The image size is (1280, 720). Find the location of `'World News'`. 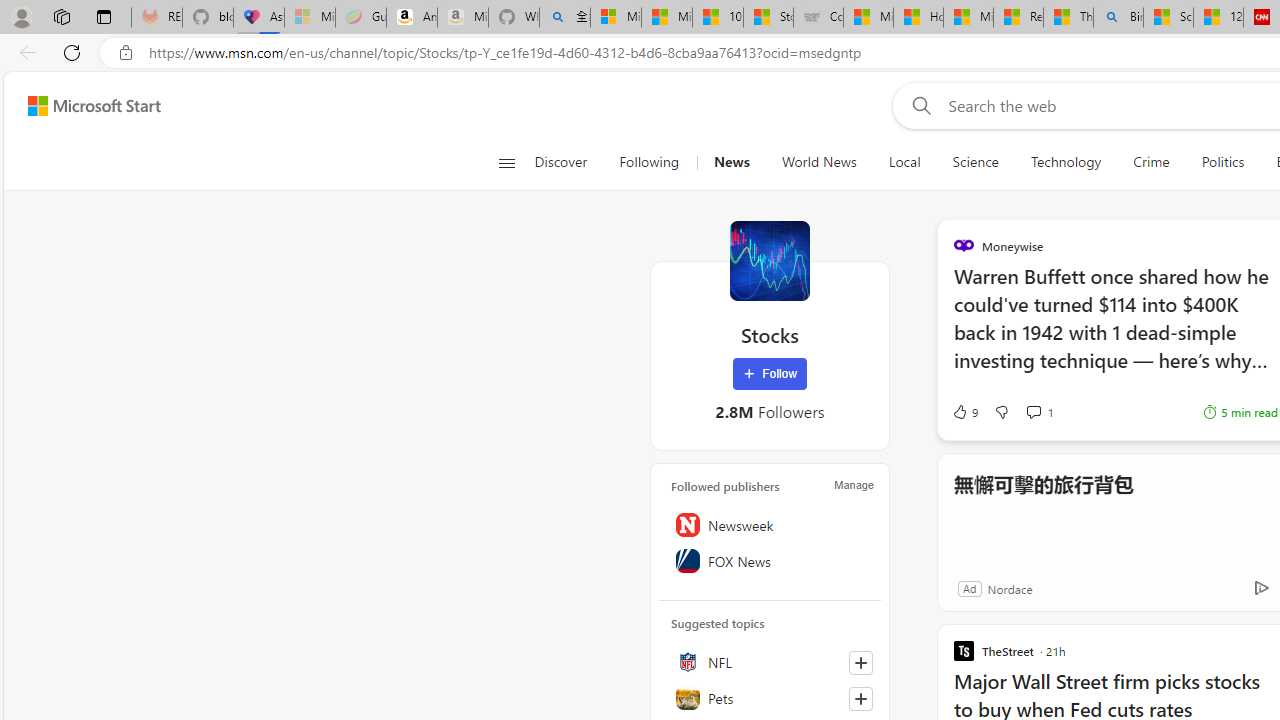

'World News' is located at coordinates (819, 162).